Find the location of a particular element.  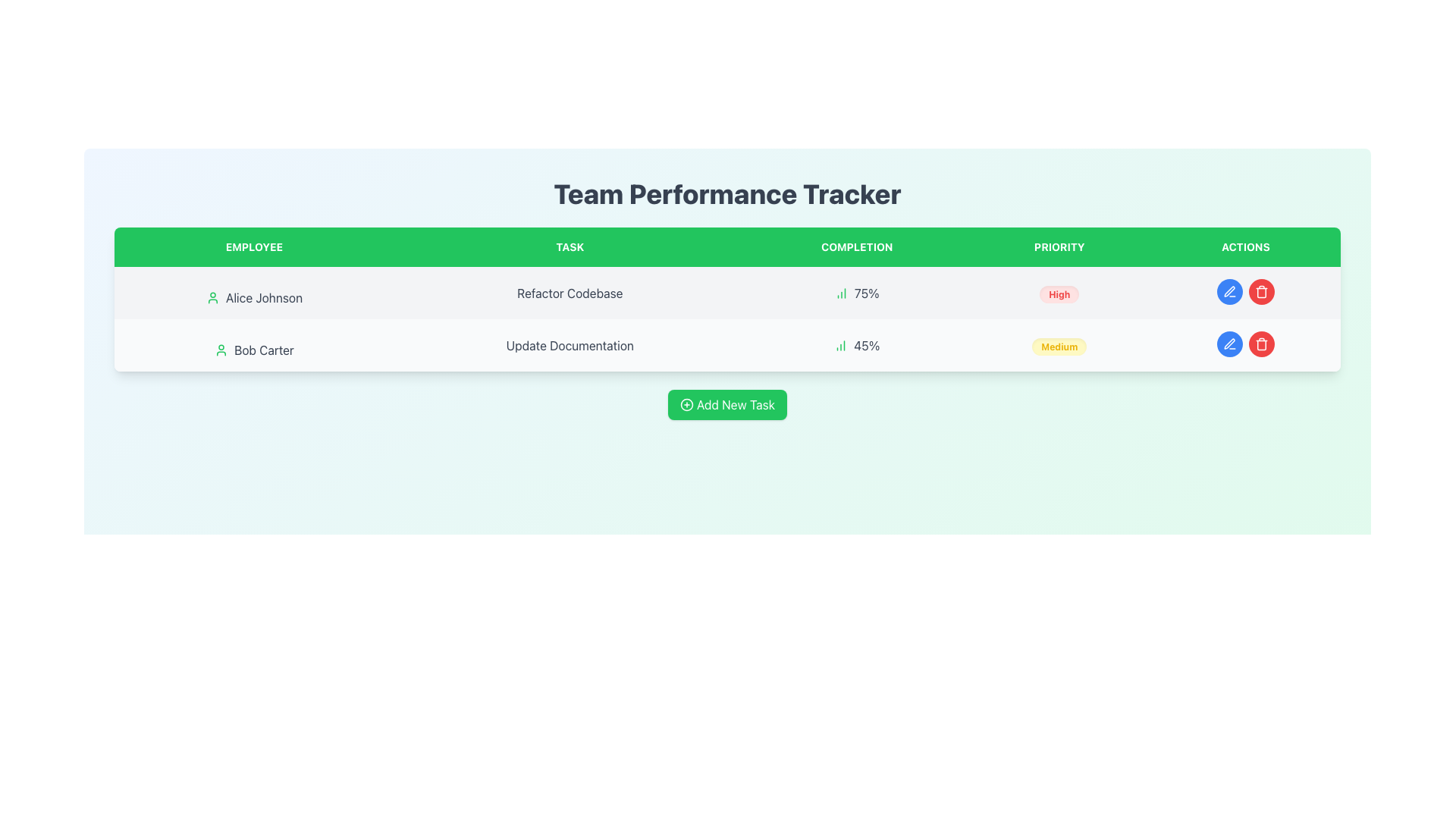

the progress icon in the 'Completion' column for the task 'Refactor Codebase', which is located to the left of the '75%' text is located at coordinates (840, 293).